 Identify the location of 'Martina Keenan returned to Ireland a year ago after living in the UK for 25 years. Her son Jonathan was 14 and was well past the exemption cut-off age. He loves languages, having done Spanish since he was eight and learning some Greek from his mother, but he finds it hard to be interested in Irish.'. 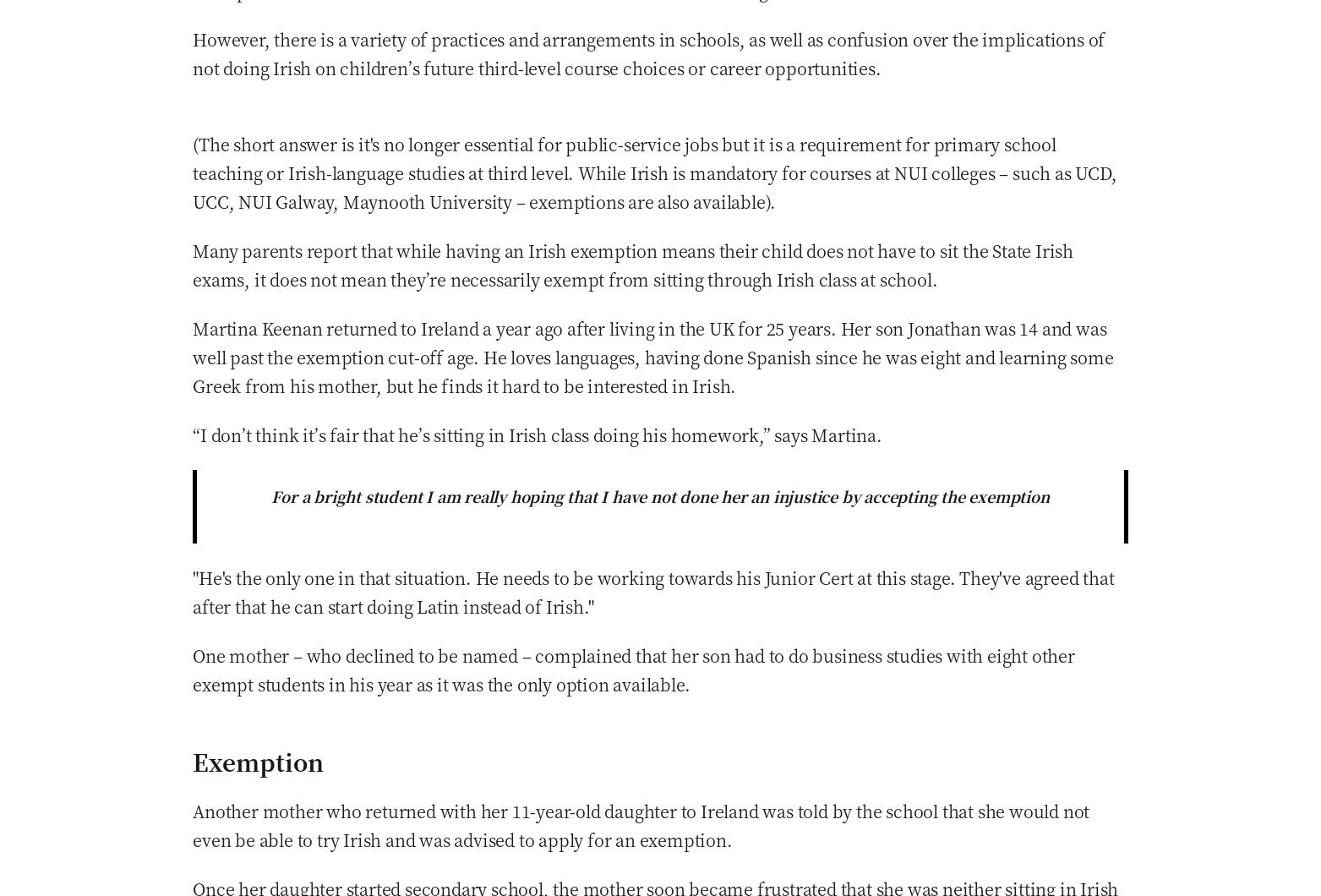
(192, 355).